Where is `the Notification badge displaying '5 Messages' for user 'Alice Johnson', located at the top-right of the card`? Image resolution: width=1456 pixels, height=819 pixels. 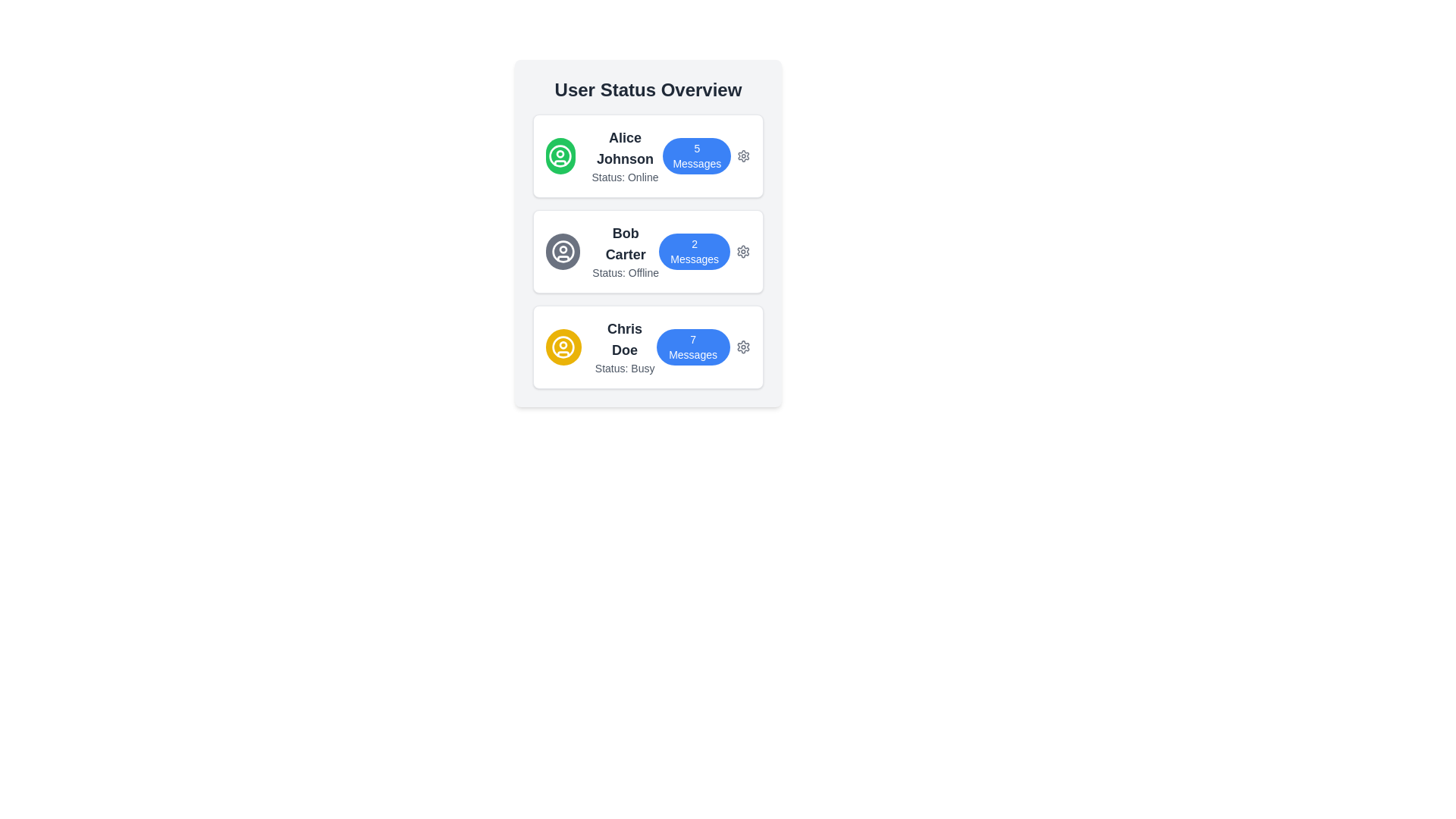
the Notification badge displaying '5 Messages' for user 'Alice Johnson', located at the top-right of the card is located at coordinates (696, 155).